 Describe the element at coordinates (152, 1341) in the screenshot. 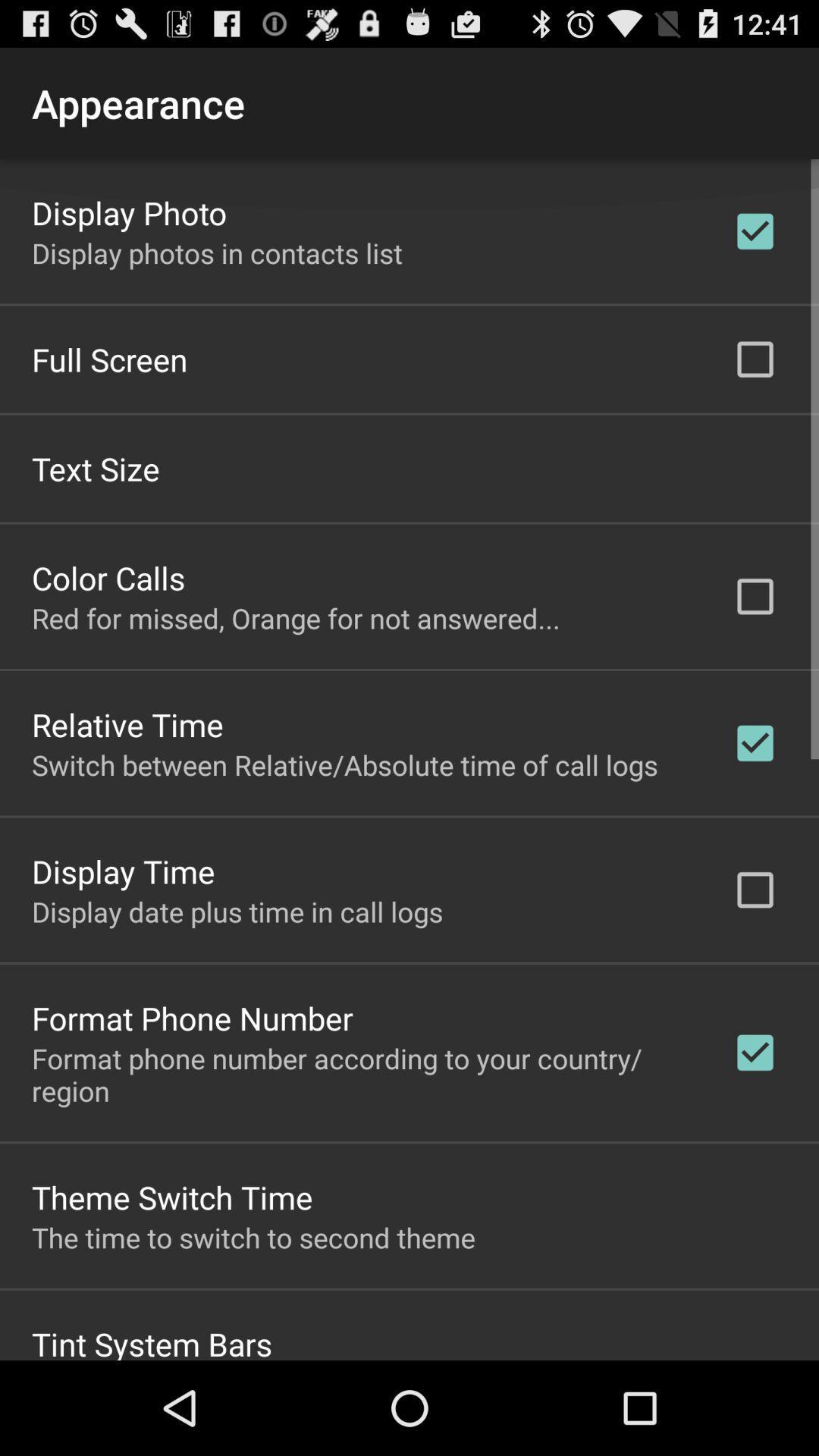

I see `tint system bars` at that location.